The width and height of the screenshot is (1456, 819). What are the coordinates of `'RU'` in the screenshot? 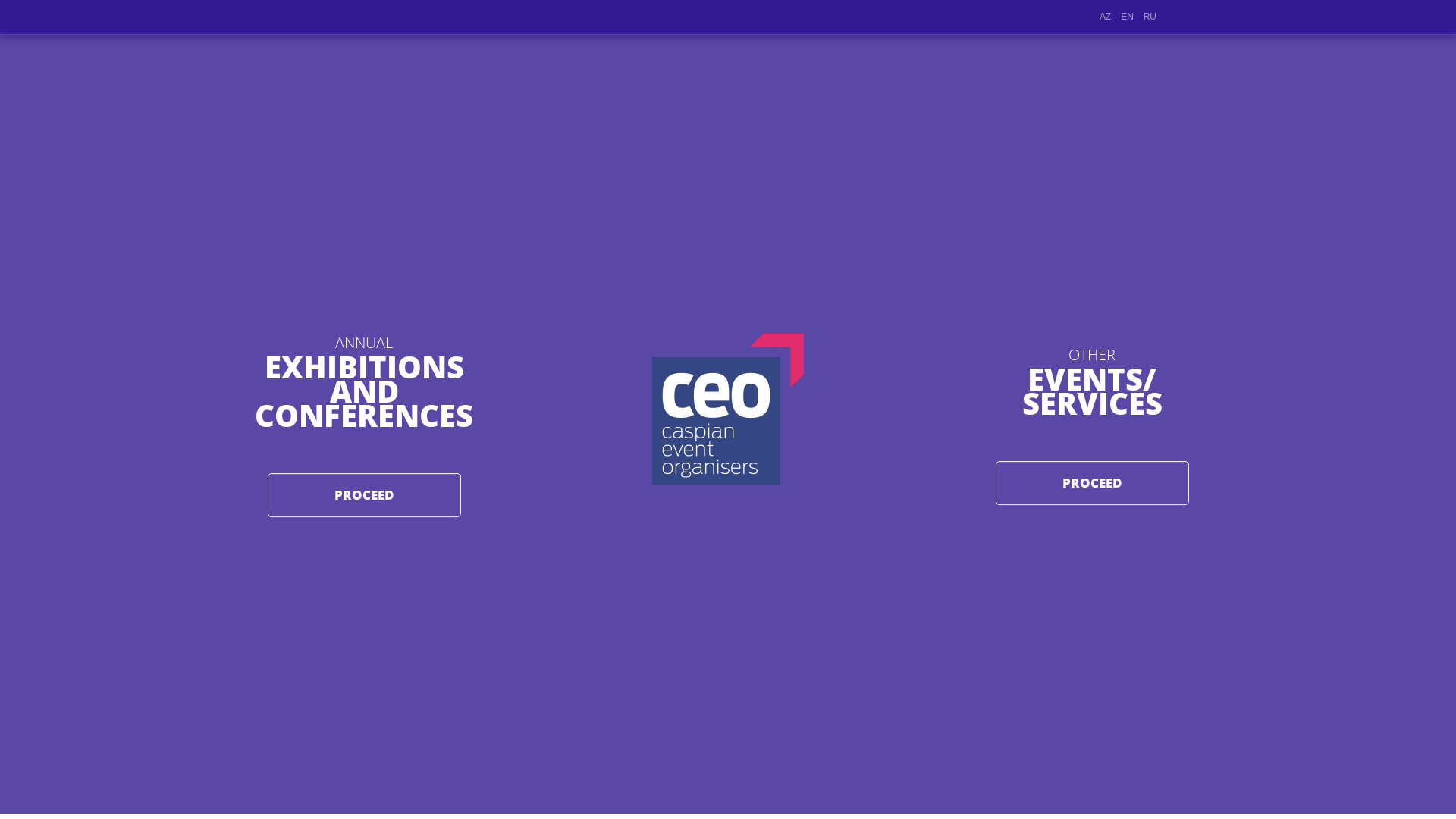 It's located at (1150, 17).